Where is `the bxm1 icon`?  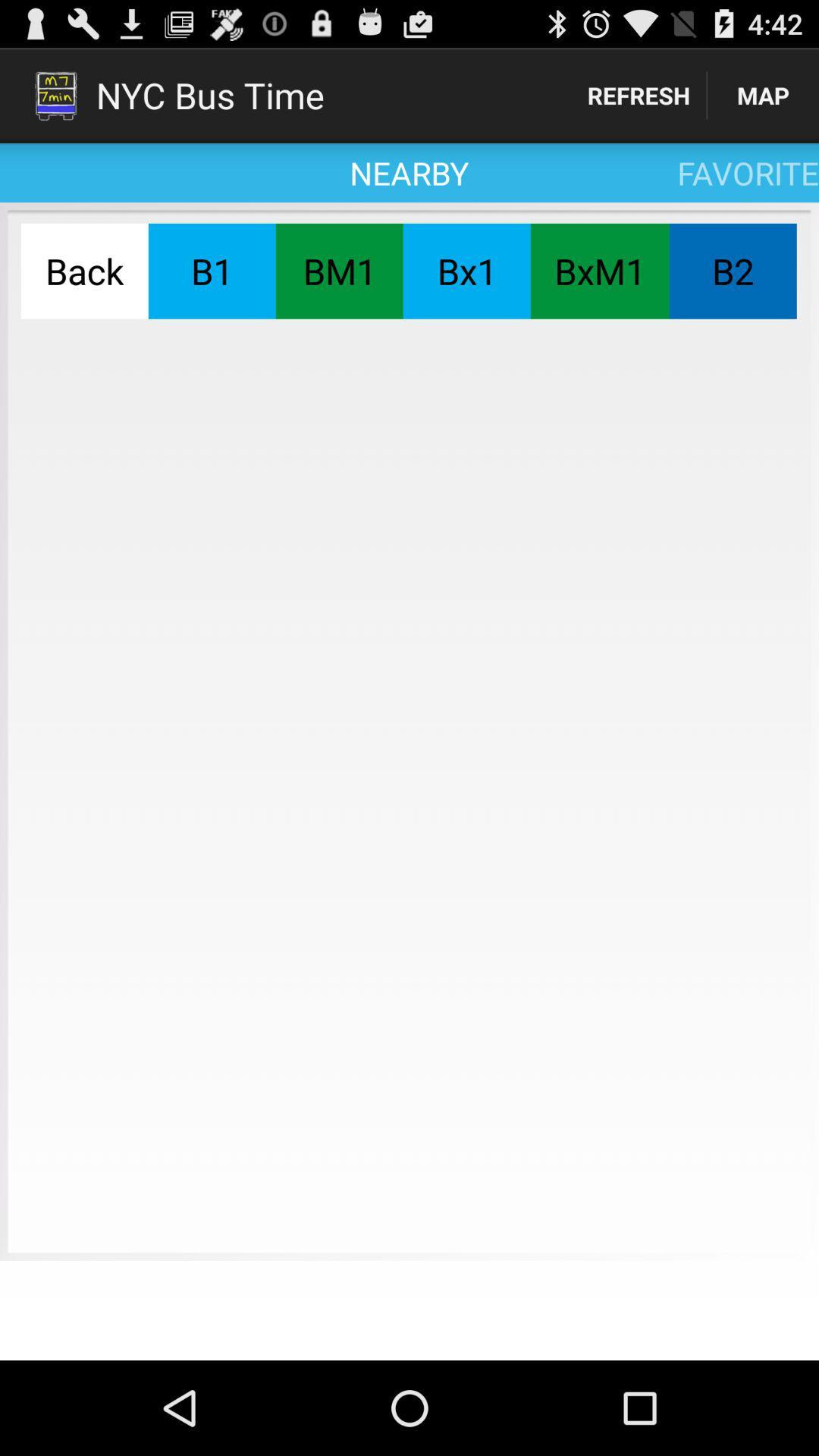 the bxm1 icon is located at coordinates (599, 271).